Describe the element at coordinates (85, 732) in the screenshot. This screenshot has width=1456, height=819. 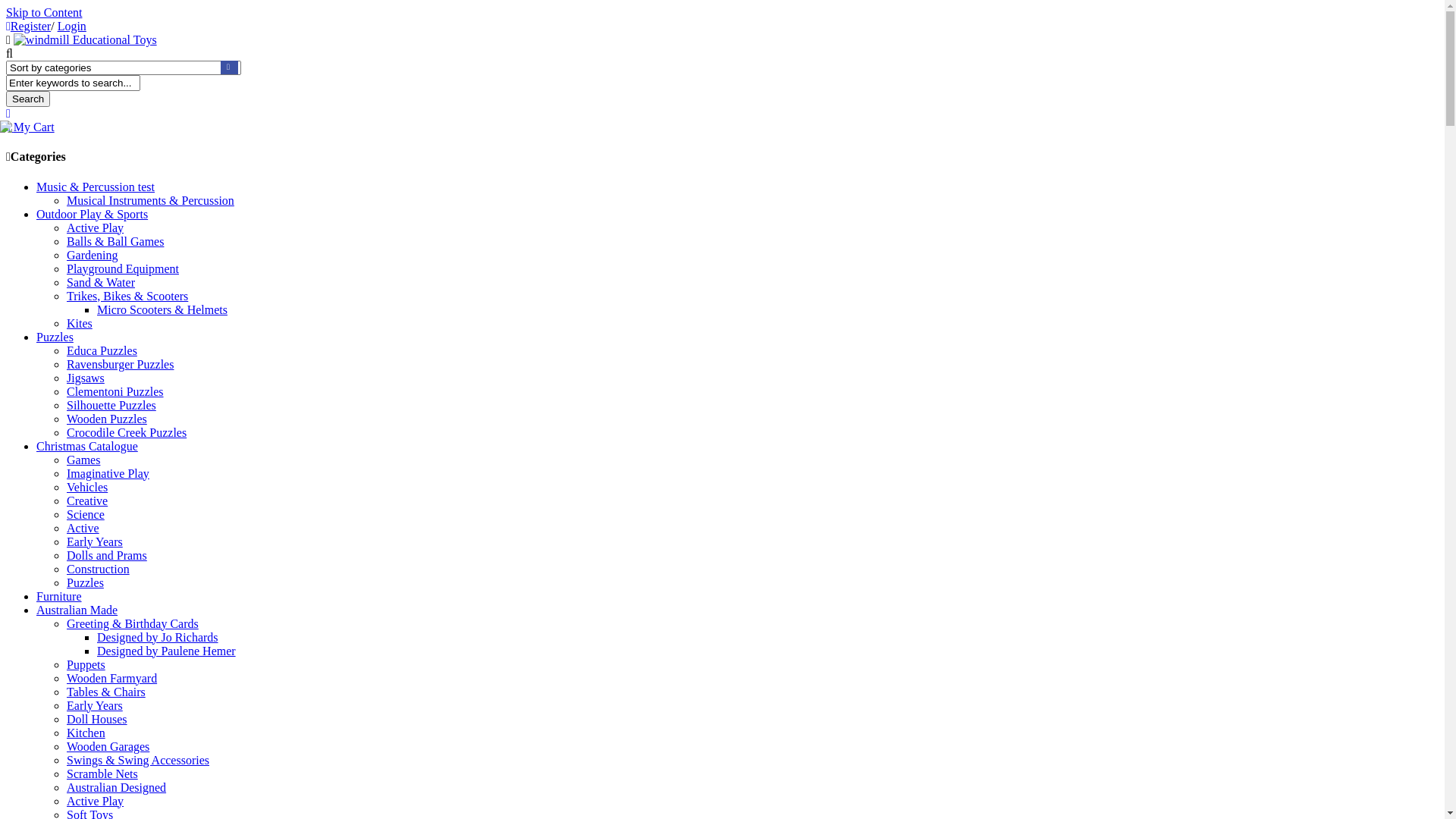
I see `'Kitchen'` at that location.